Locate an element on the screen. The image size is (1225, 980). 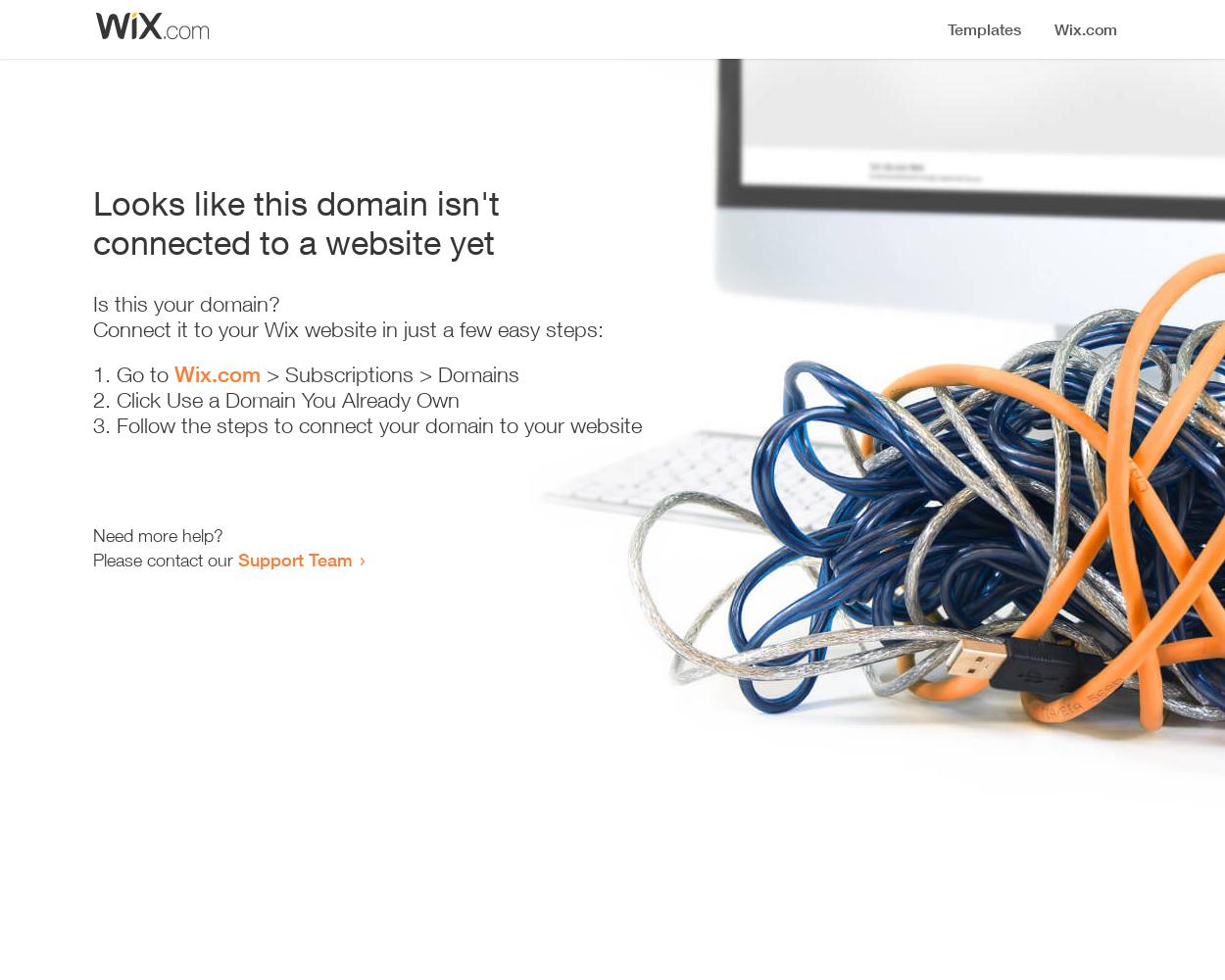
'Support Team' is located at coordinates (295, 559).